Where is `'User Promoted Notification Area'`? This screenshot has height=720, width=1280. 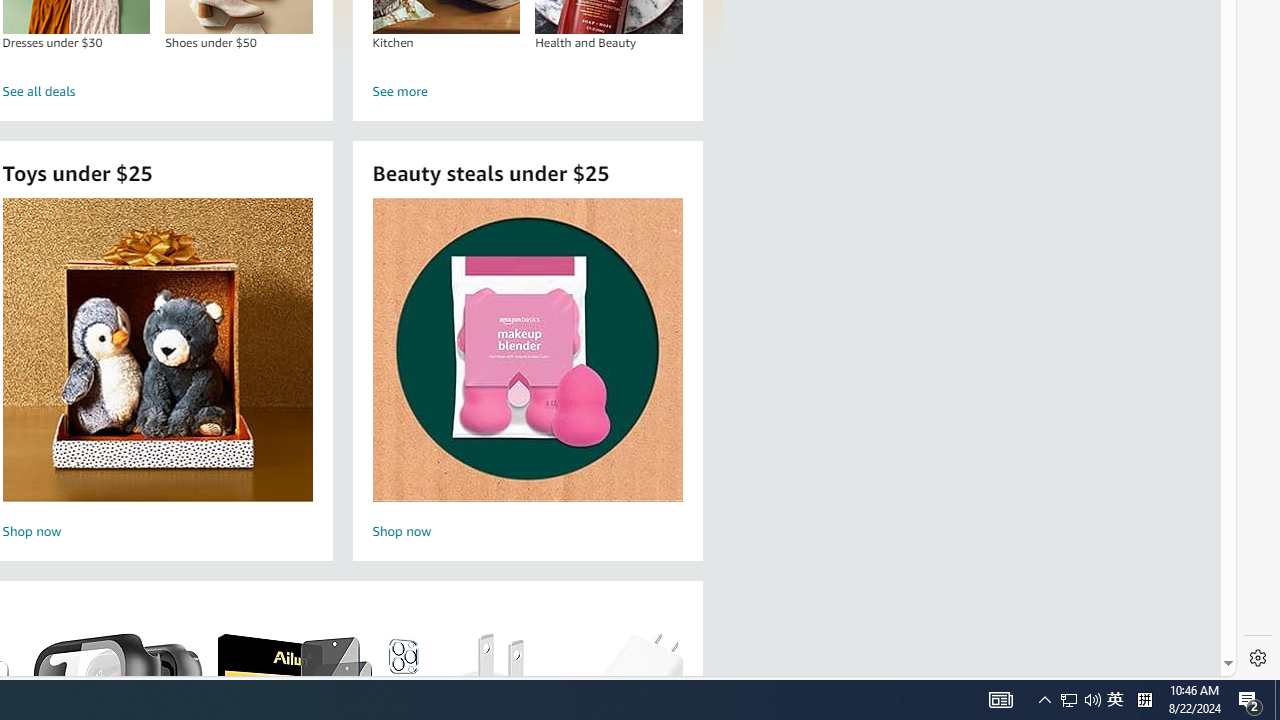
'User Promoted Notification Area' is located at coordinates (1079, 698).